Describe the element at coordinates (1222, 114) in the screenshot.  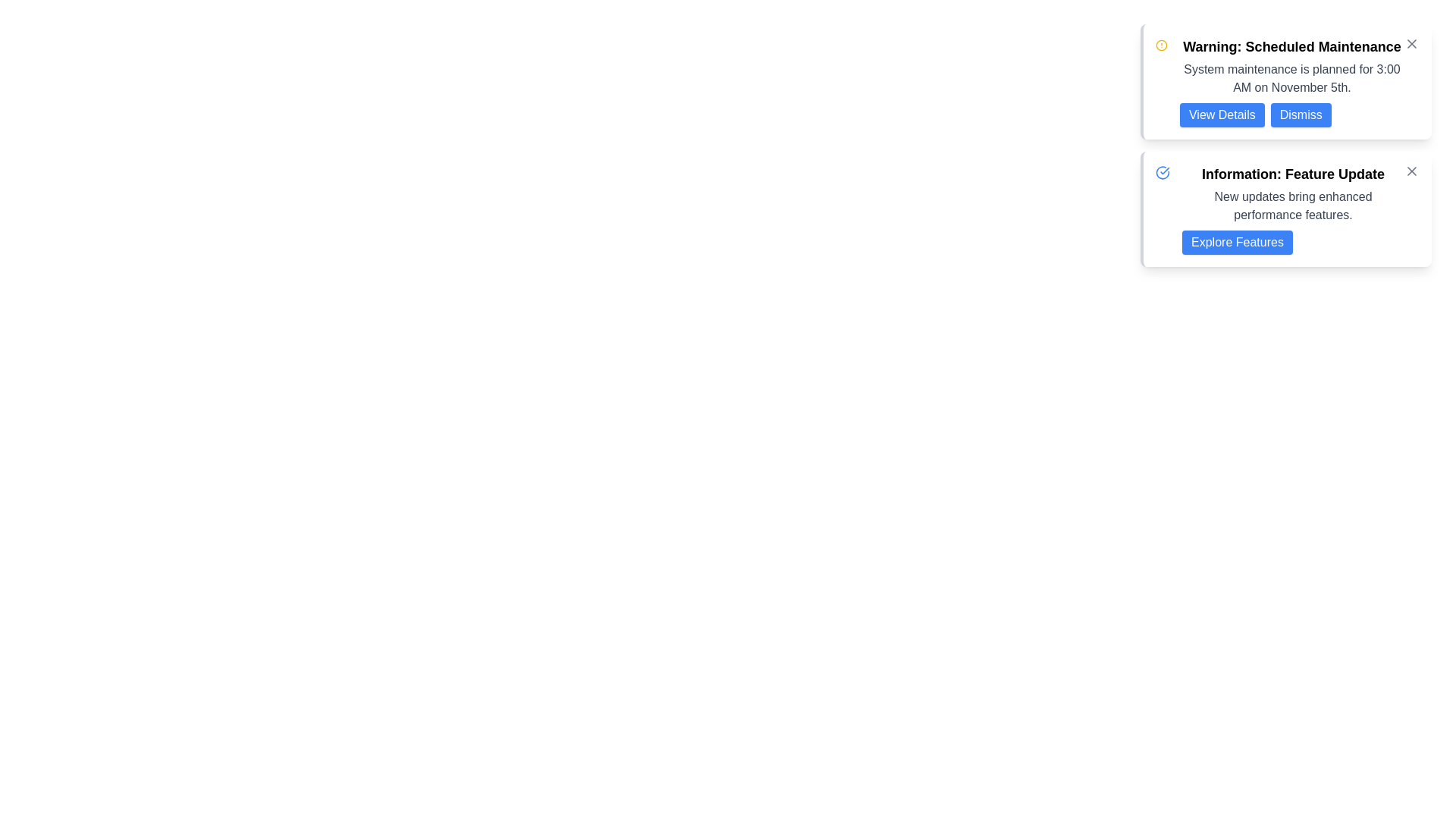
I see `the 'View Details' button in the notification card to change its color` at that location.